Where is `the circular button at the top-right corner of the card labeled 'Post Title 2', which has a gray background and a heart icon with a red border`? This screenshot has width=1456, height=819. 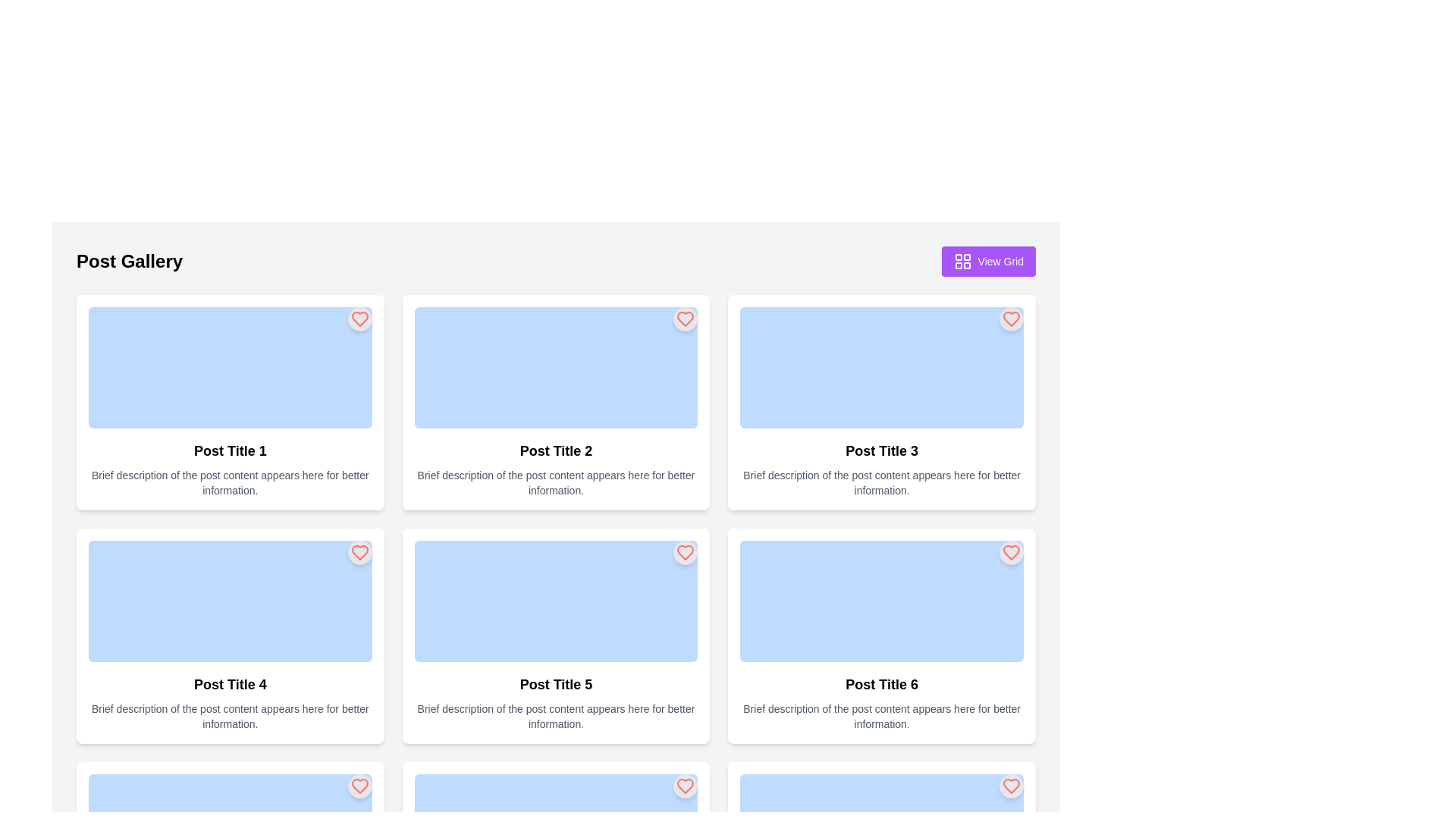
the circular button at the top-right corner of the card labeled 'Post Title 2', which has a gray background and a heart icon with a red border is located at coordinates (685, 318).